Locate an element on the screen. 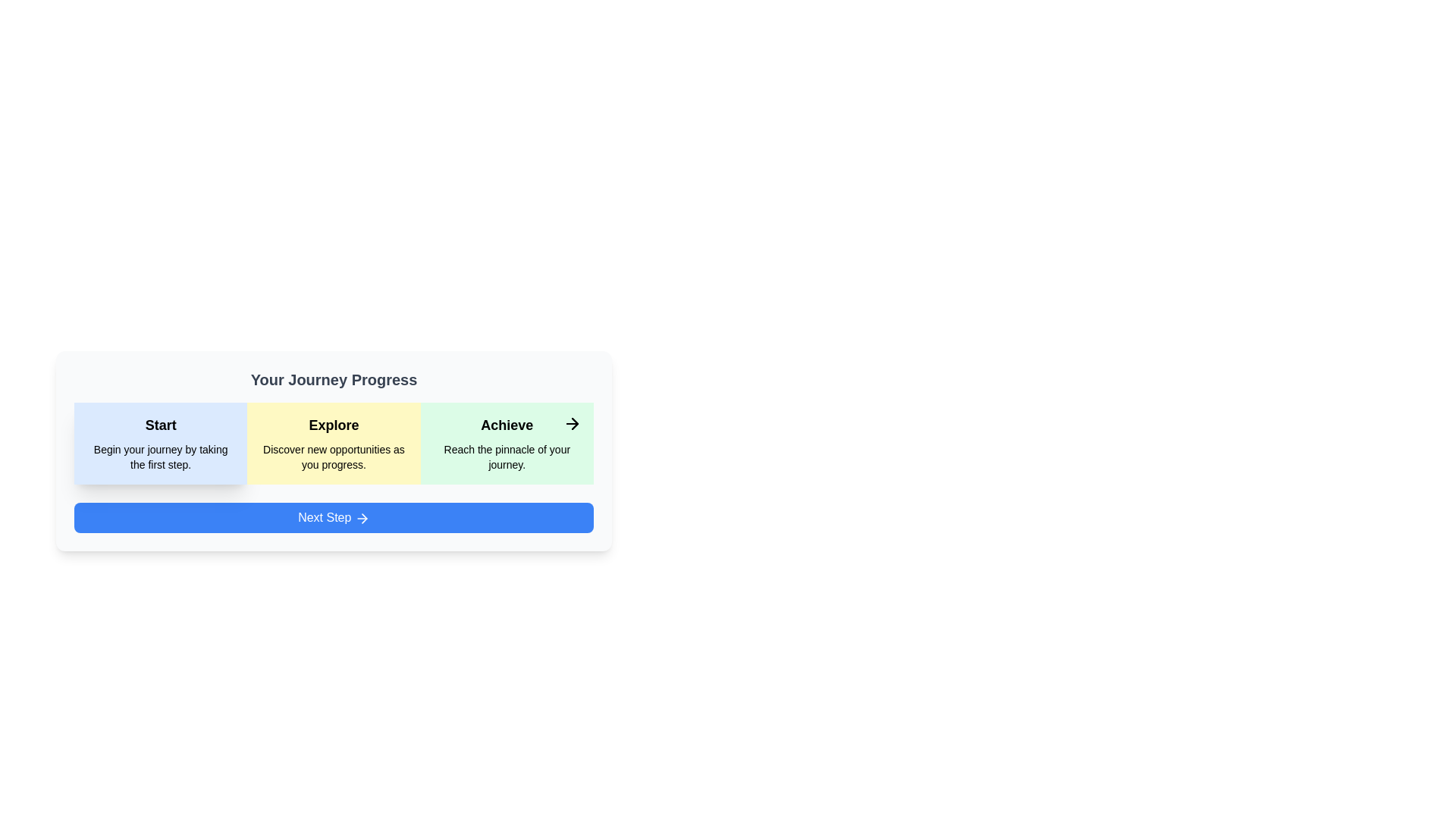  the Informative card titled 'Explore', which has a light yellow background and bold black text, located in the center of the tripartite layout is located at coordinates (333, 463).